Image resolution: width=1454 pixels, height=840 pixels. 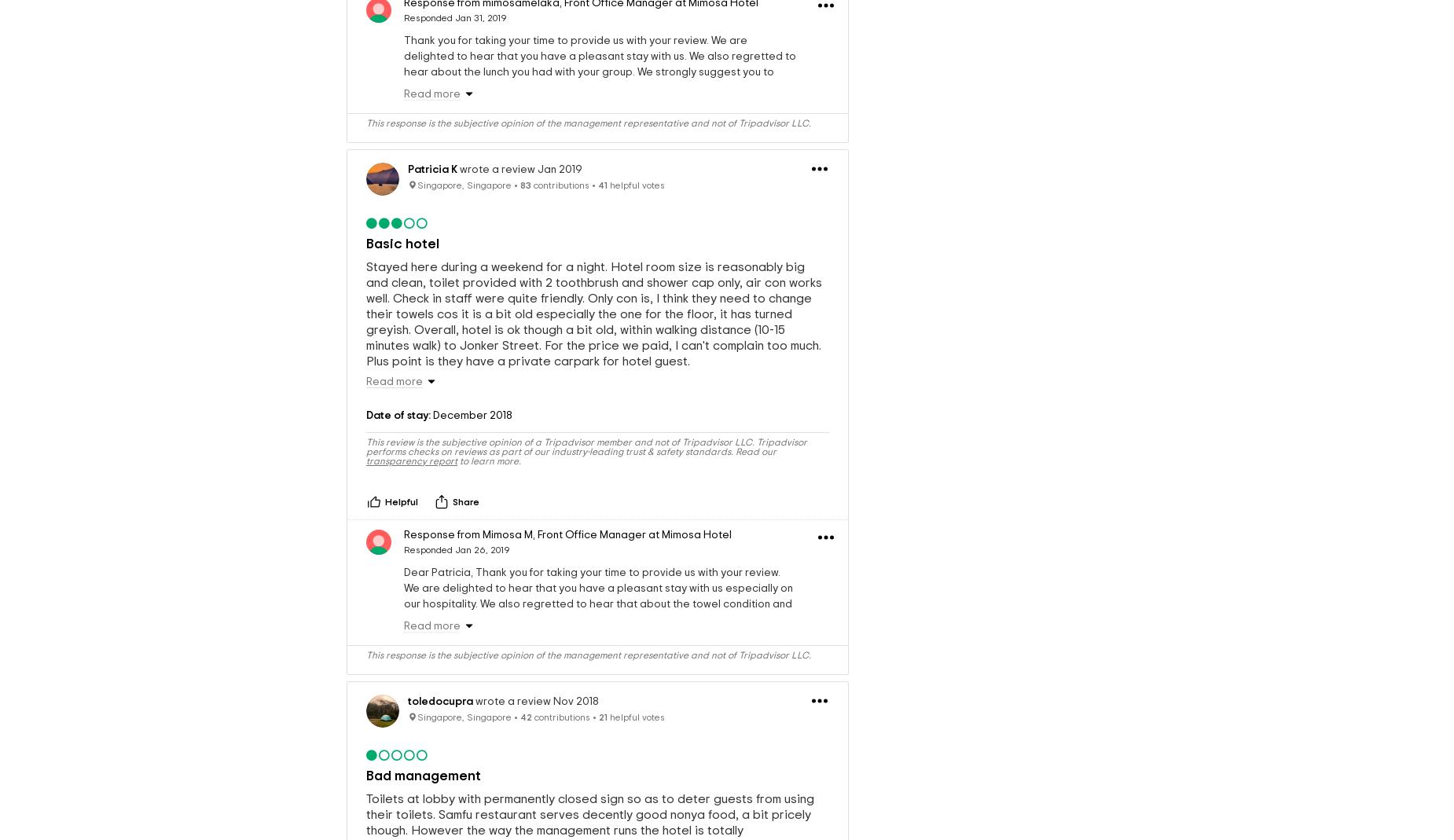 What do you see at coordinates (401, 501) in the screenshot?
I see `'Helpful'` at bounding box center [401, 501].